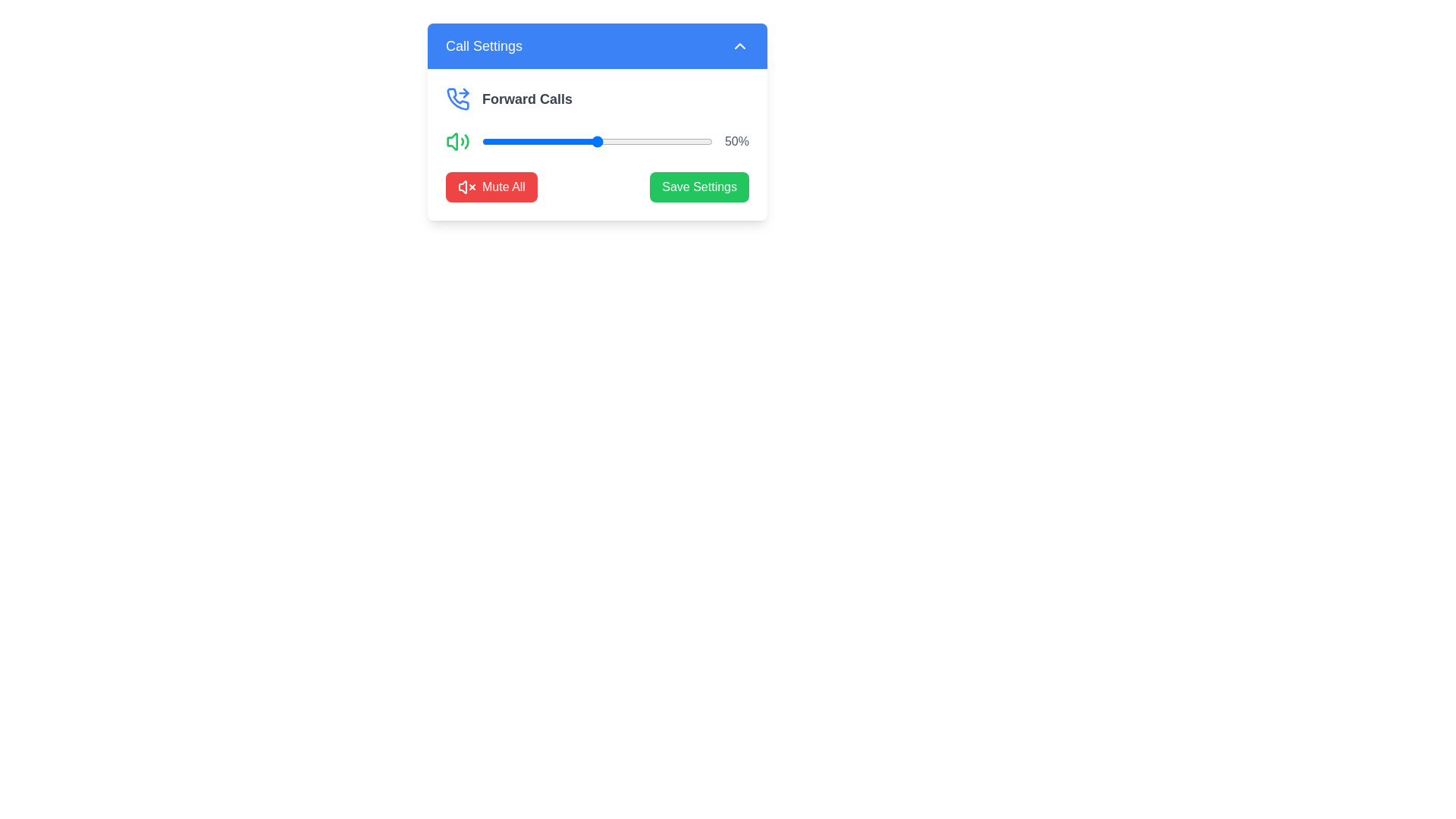 The width and height of the screenshot is (1456, 819). What do you see at coordinates (596, 141) in the screenshot?
I see `the horizontal slider thumb` at bounding box center [596, 141].